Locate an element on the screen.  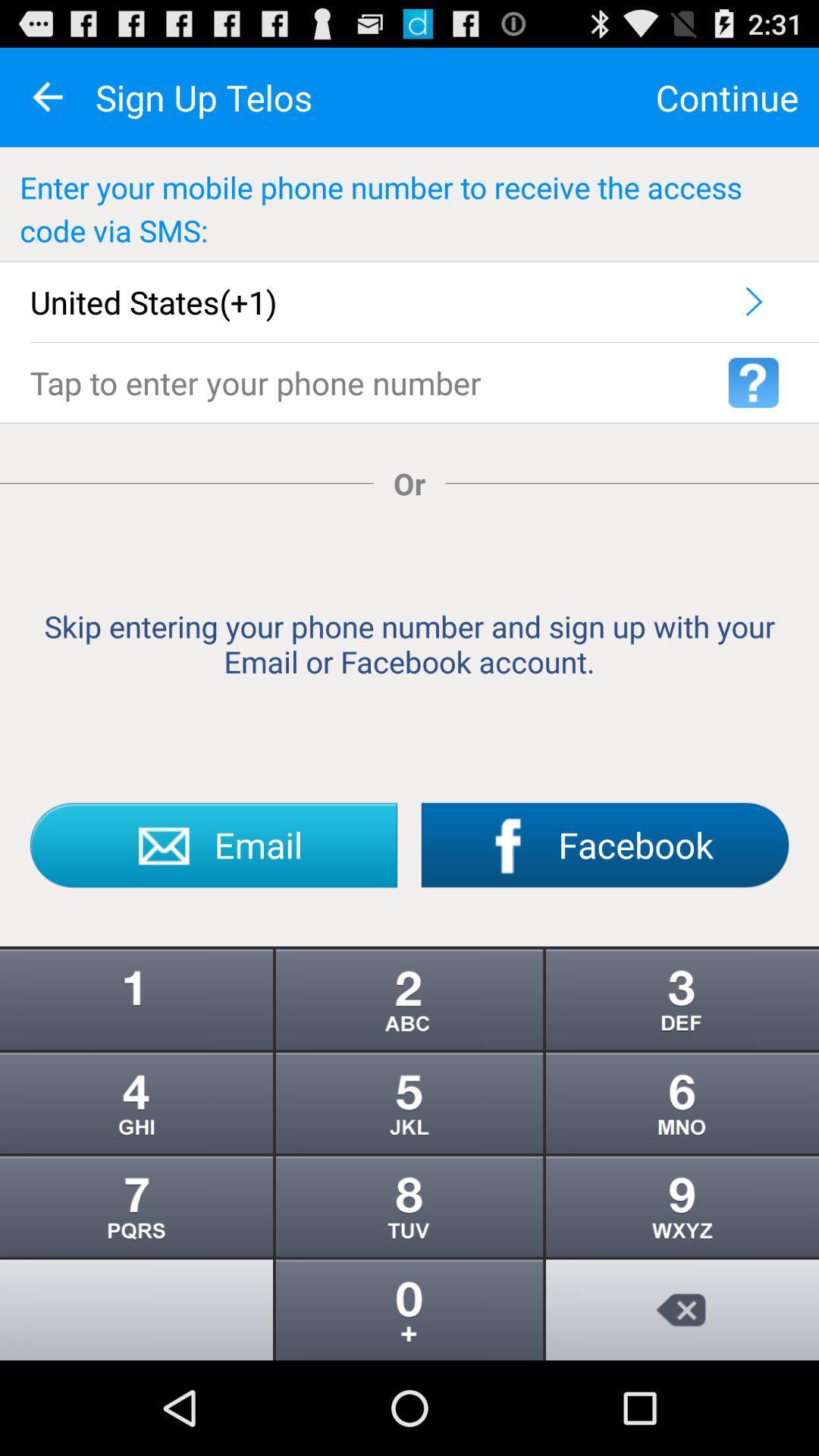
the more icon is located at coordinates (409, 1179).